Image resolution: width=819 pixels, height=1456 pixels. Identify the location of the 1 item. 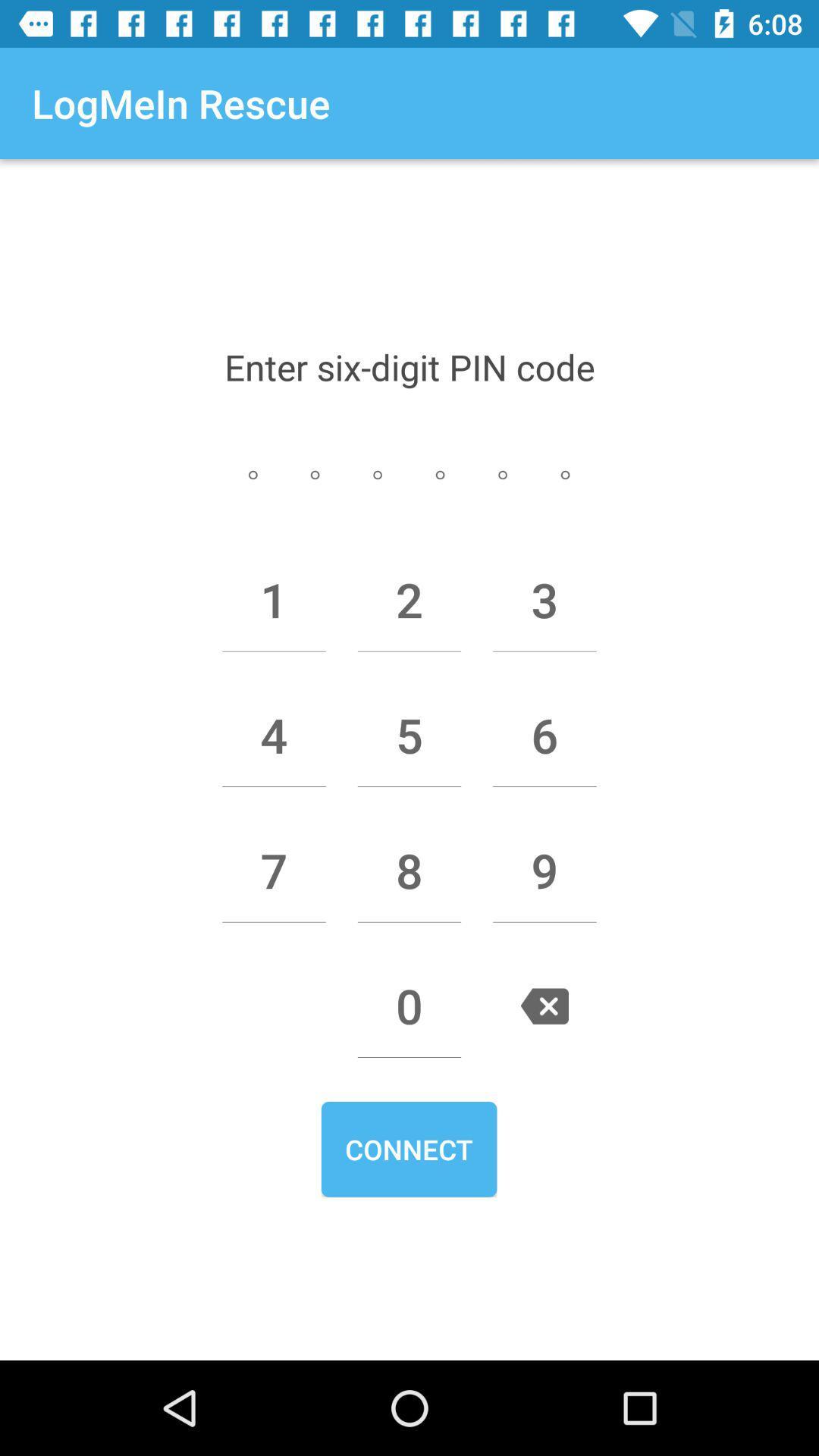
(274, 599).